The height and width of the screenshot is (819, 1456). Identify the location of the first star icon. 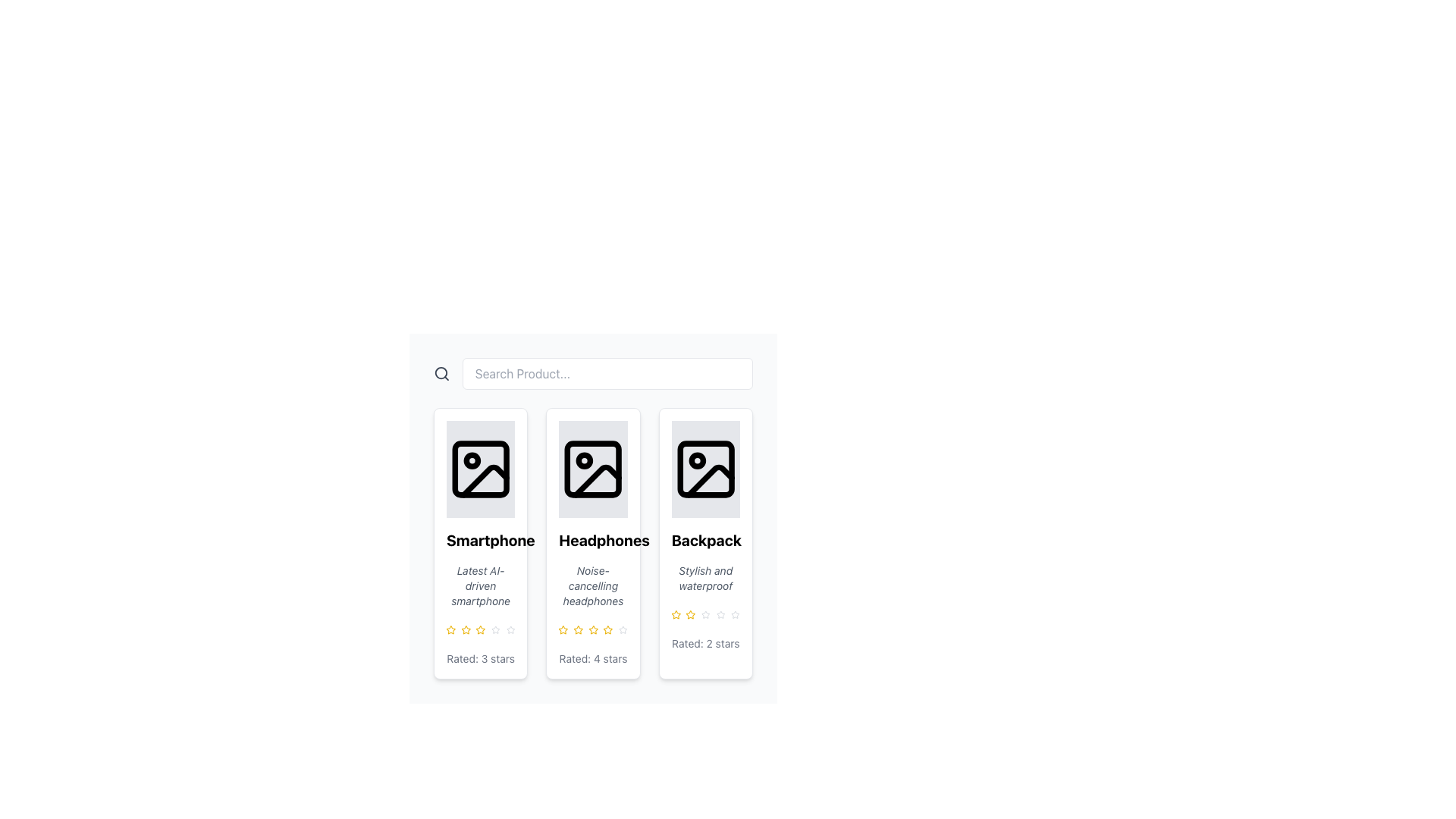
(675, 614).